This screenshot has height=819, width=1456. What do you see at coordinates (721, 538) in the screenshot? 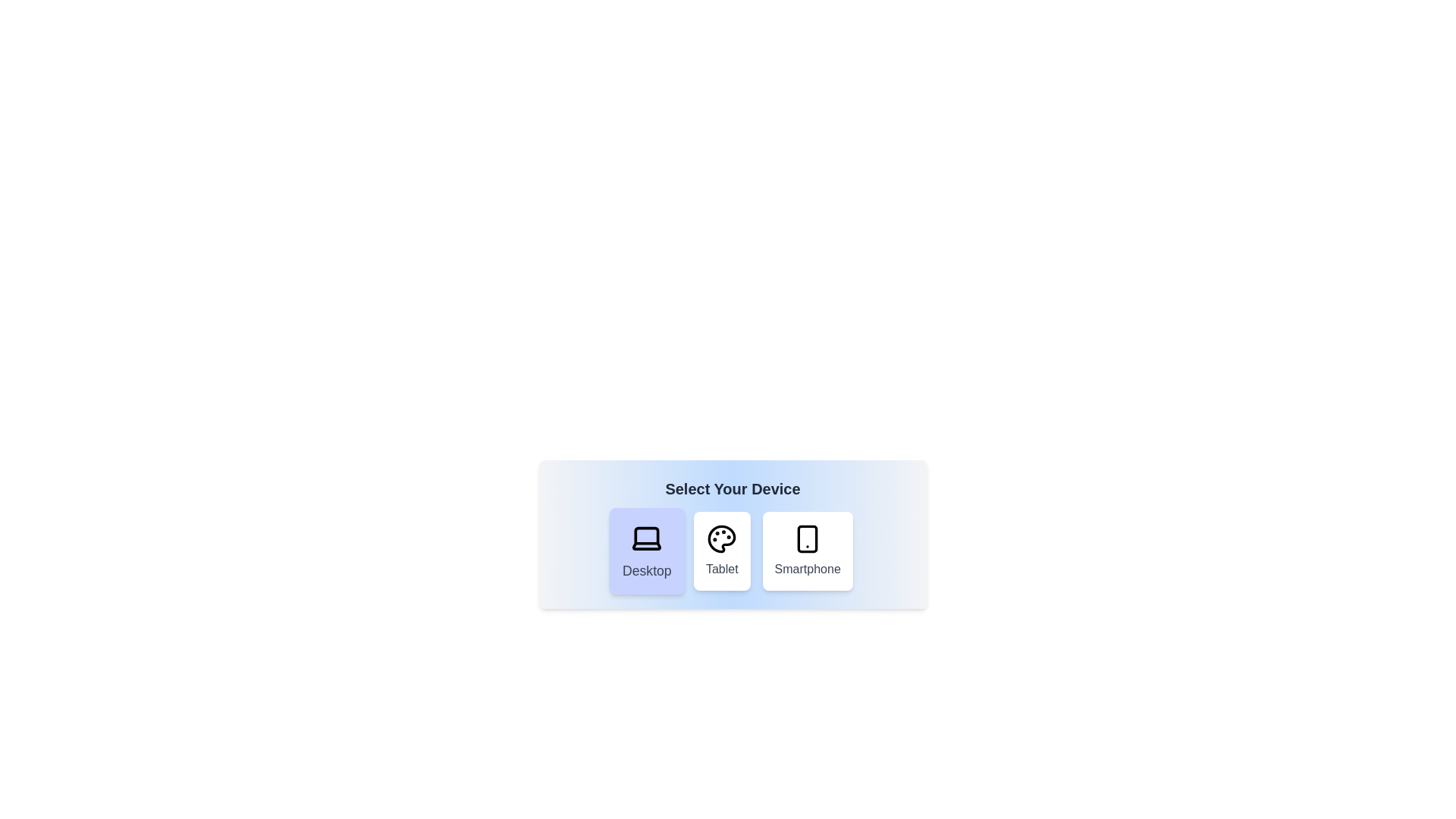
I see `the color palette icon segment located in the center of the 'Tablet' option in the 'Select Your Device' menu, which is the backdrop of the icon between the 'Desktop' and 'Smartphone' buttons` at bounding box center [721, 538].